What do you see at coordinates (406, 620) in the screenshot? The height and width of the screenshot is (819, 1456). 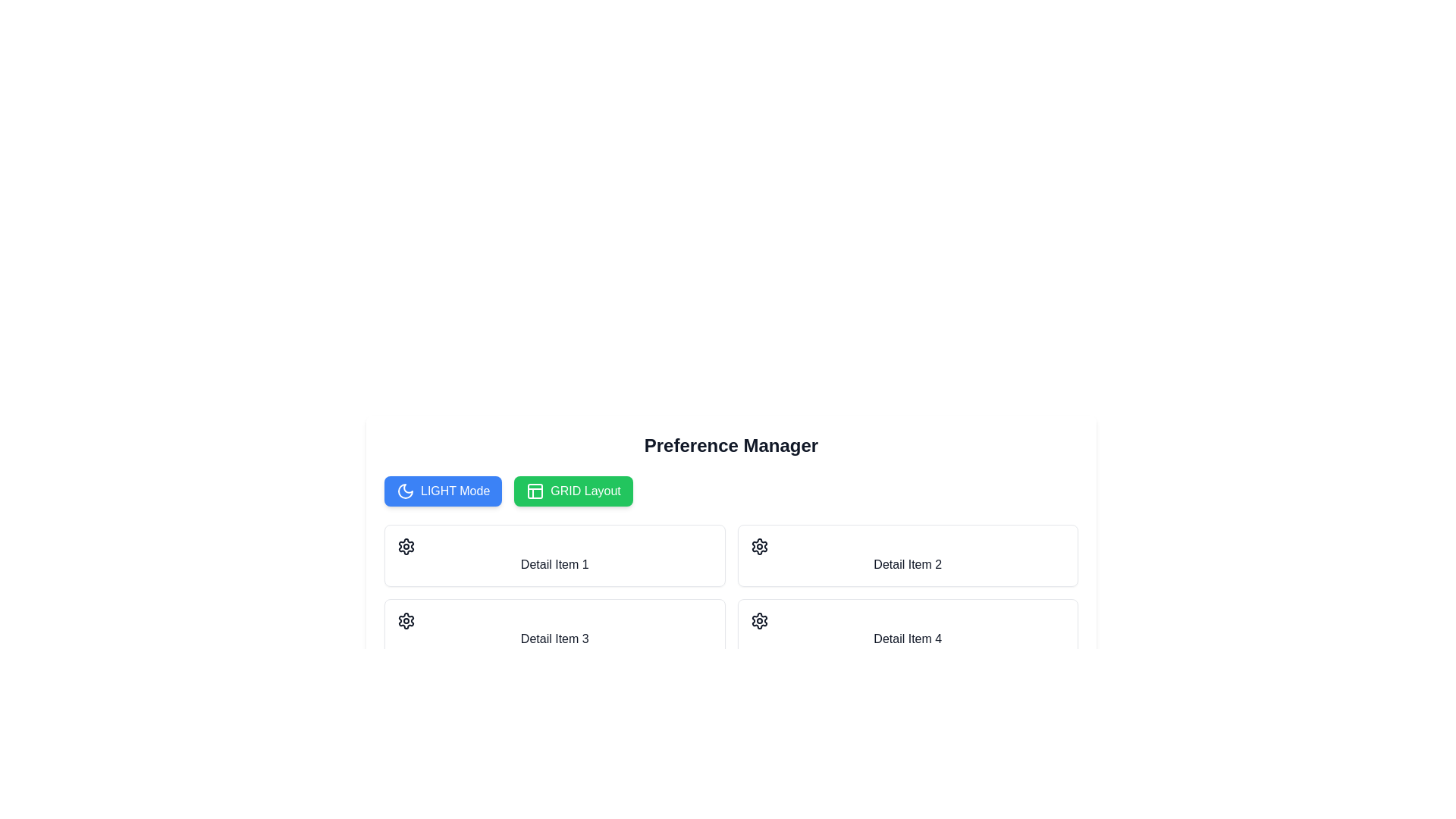 I see `the settings icon located` at bounding box center [406, 620].